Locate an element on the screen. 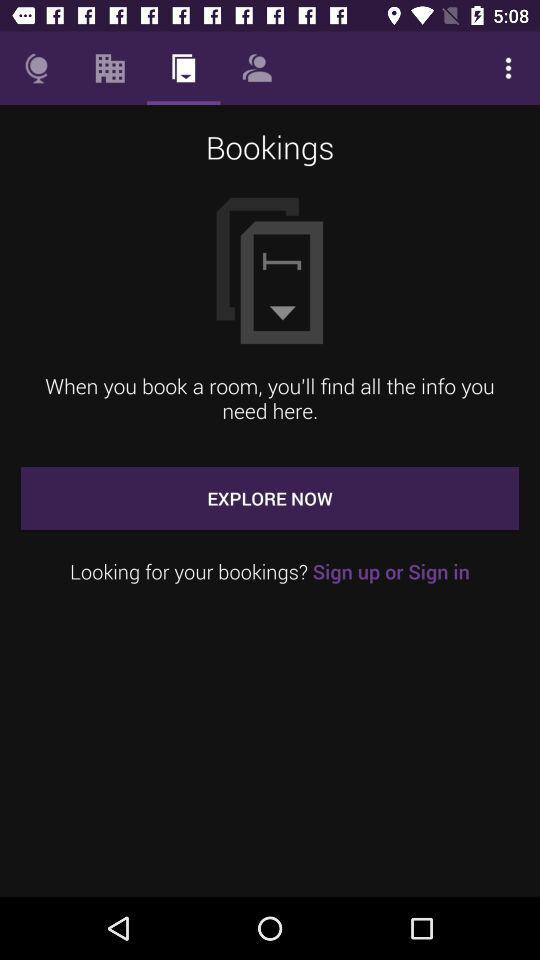 The height and width of the screenshot is (960, 540). the icon at the top right corner is located at coordinates (508, 68).